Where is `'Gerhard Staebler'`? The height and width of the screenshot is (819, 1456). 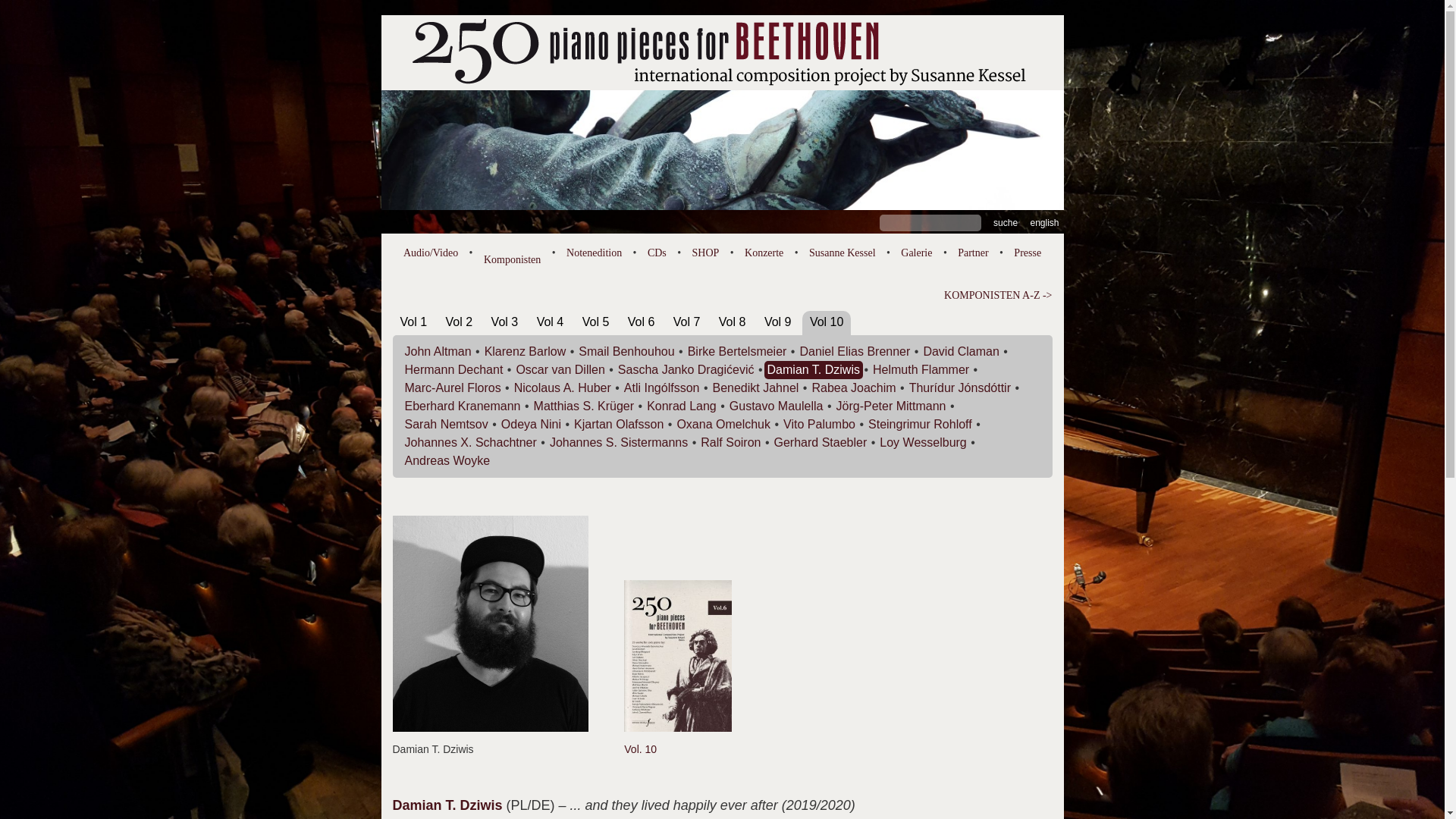 'Gerhard Staebler' is located at coordinates (820, 442).